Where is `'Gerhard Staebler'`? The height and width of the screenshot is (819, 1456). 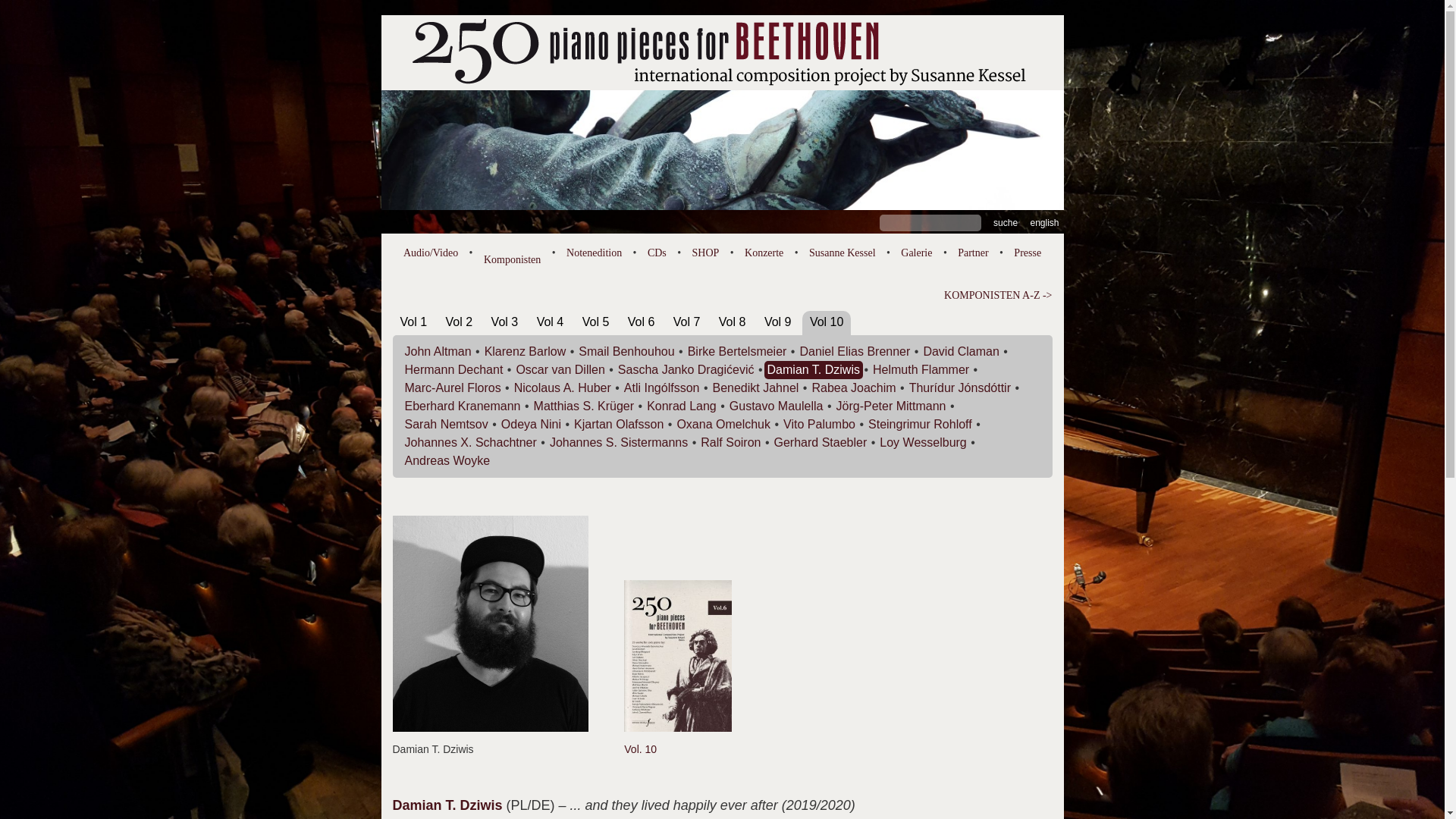 'Gerhard Staebler' is located at coordinates (820, 442).